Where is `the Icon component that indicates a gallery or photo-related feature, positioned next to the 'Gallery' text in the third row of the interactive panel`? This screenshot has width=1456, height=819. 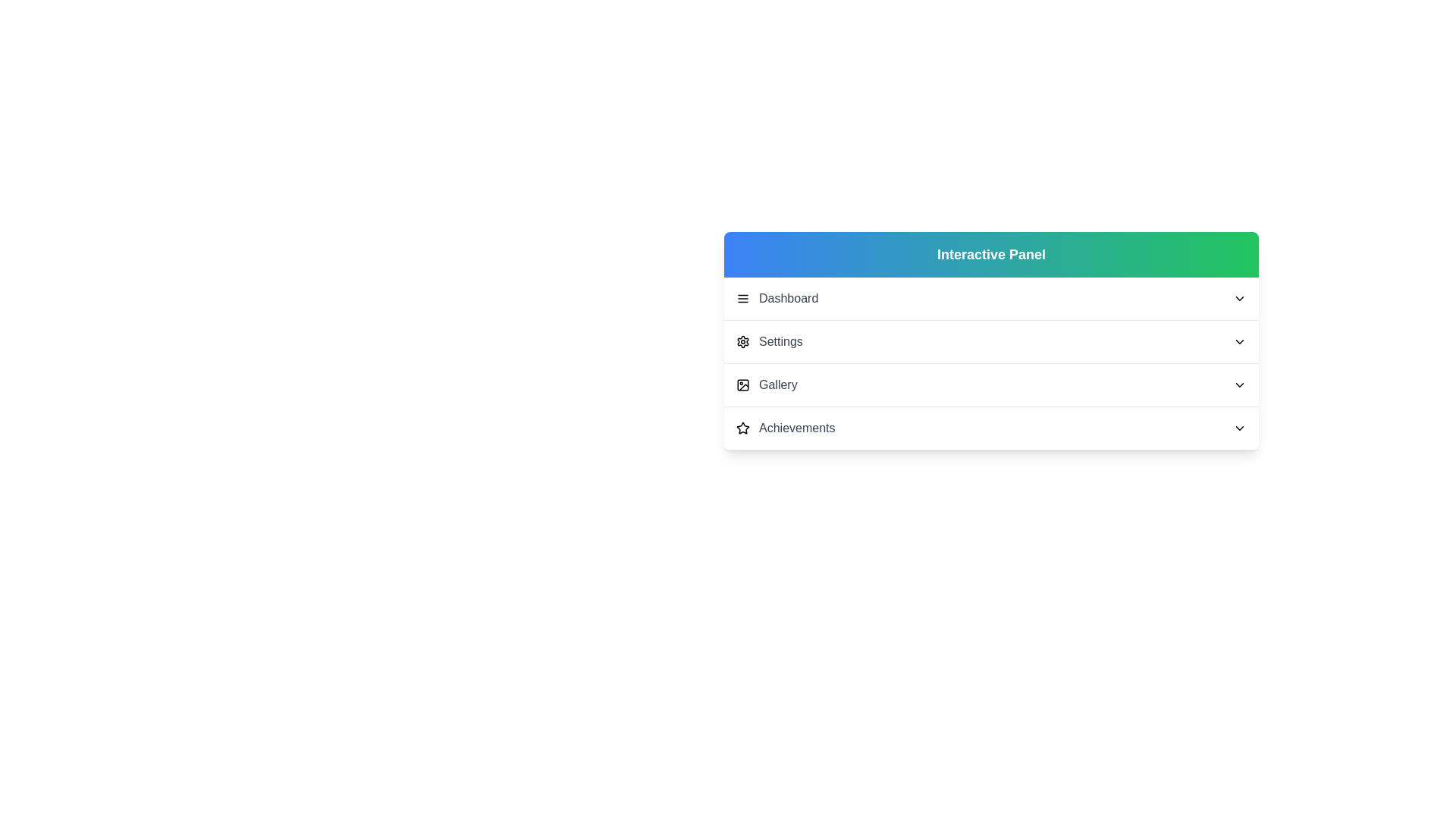
the Icon component that indicates a gallery or photo-related feature, positioned next to the 'Gallery' text in the third row of the interactive panel is located at coordinates (742, 384).